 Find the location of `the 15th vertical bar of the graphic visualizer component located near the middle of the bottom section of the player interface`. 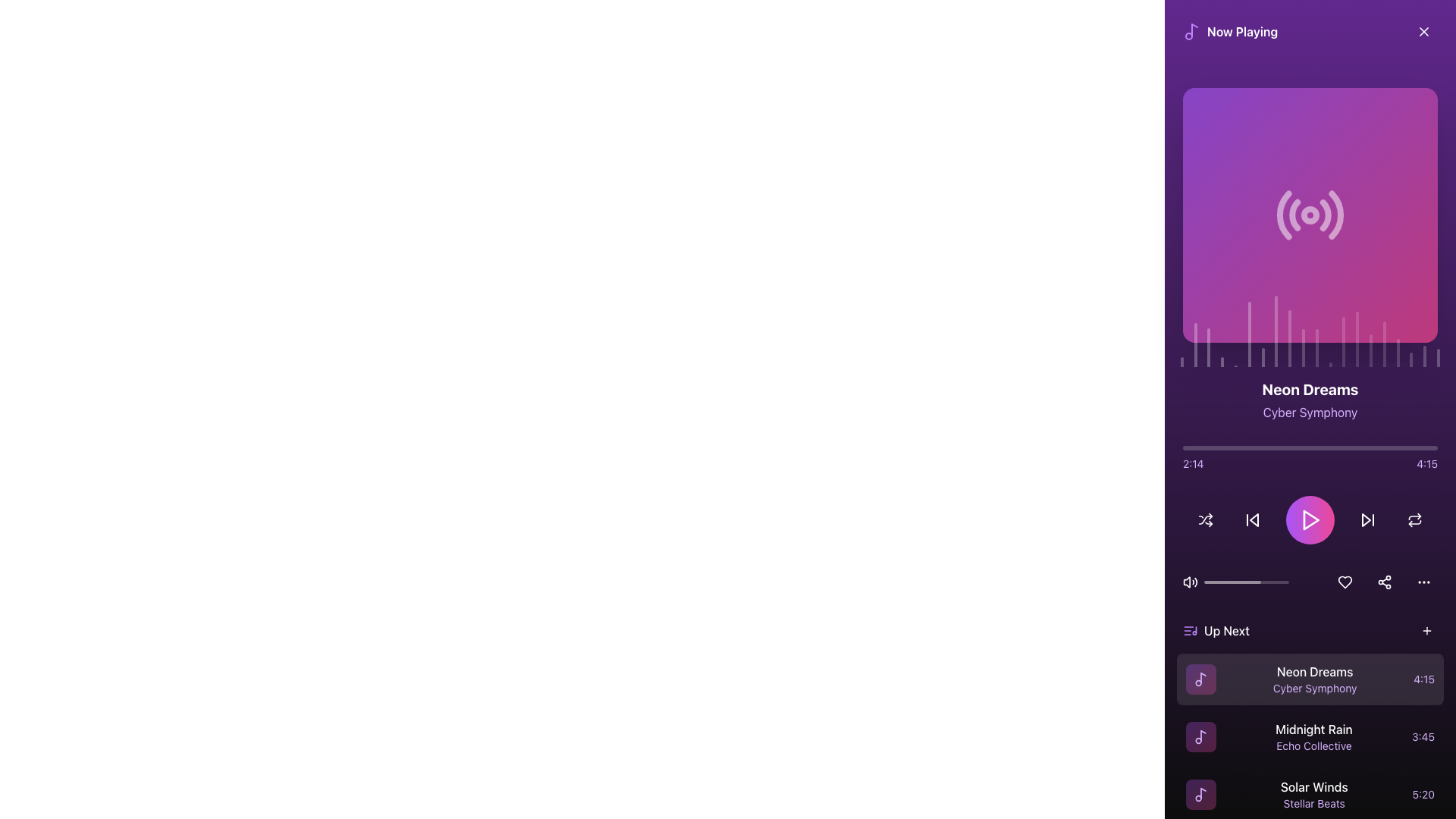

the 15th vertical bar of the graphic visualizer component located near the middle of the bottom section of the player interface is located at coordinates (1371, 350).